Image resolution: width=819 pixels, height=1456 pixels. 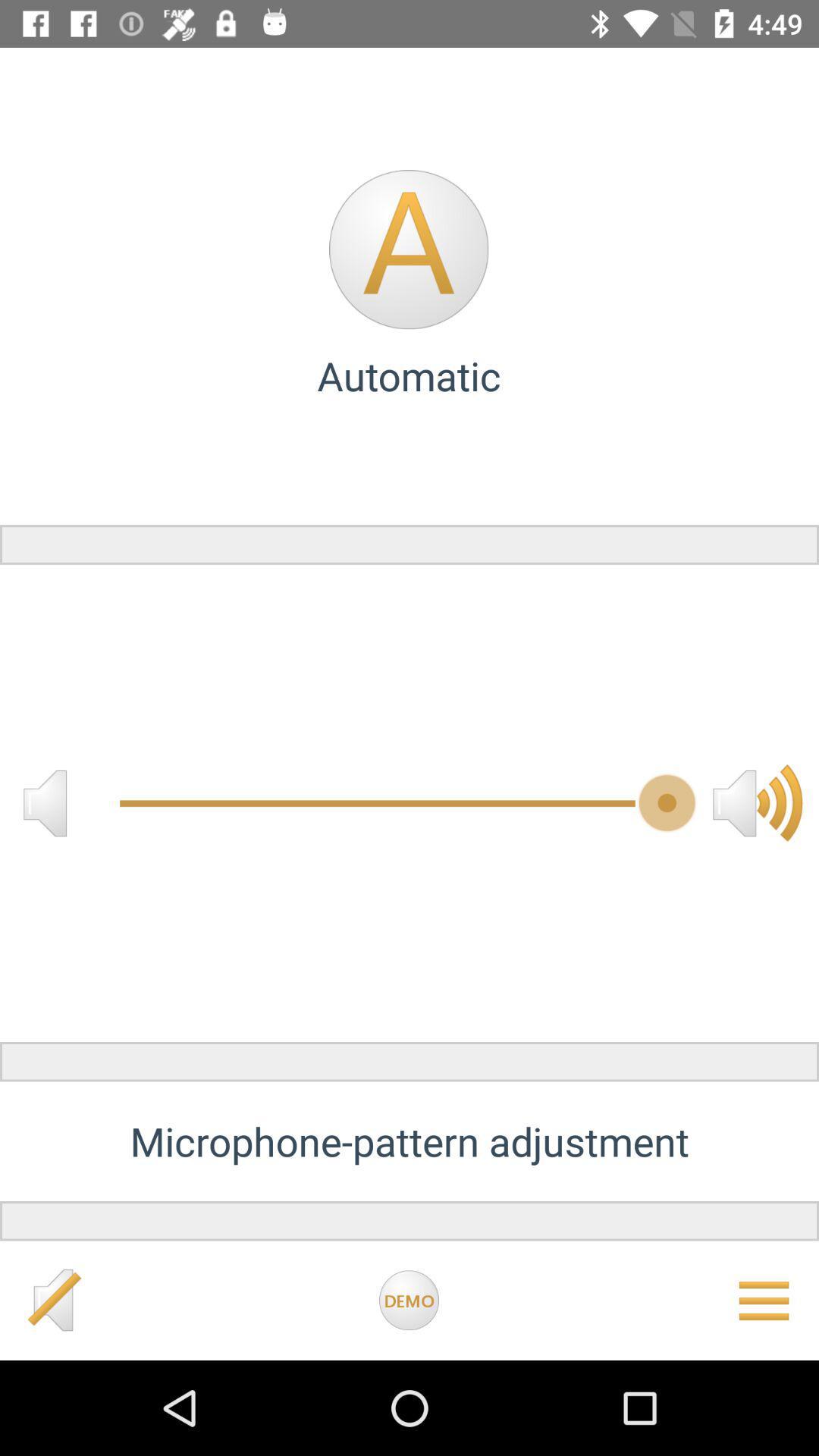 I want to click on the menu icon, so click(x=764, y=1300).